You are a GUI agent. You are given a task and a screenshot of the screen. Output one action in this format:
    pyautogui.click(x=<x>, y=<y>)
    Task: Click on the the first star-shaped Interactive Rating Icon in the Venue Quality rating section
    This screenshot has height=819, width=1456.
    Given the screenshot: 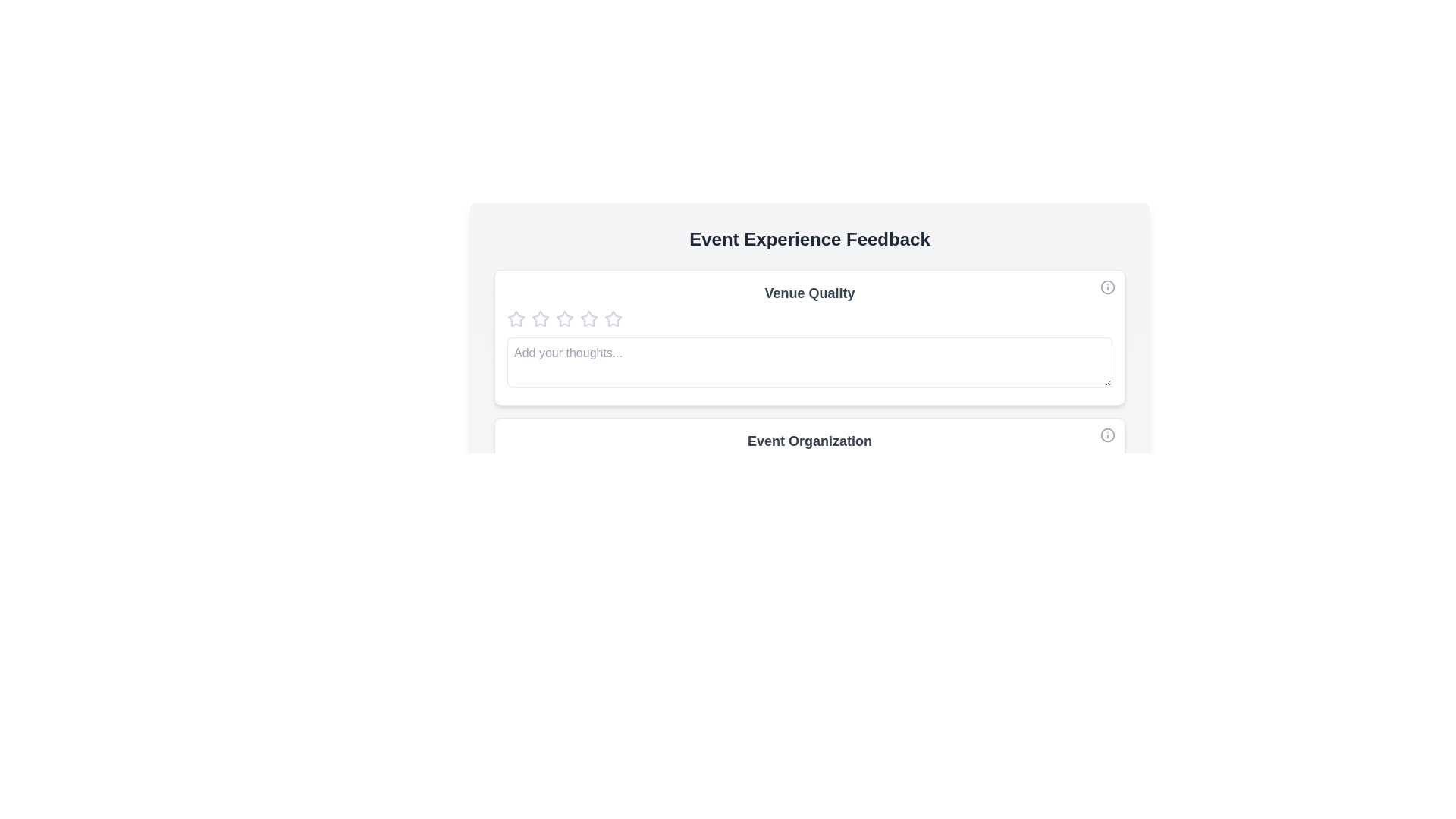 What is the action you would take?
    pyautogui.click(x=516, y=318)
    